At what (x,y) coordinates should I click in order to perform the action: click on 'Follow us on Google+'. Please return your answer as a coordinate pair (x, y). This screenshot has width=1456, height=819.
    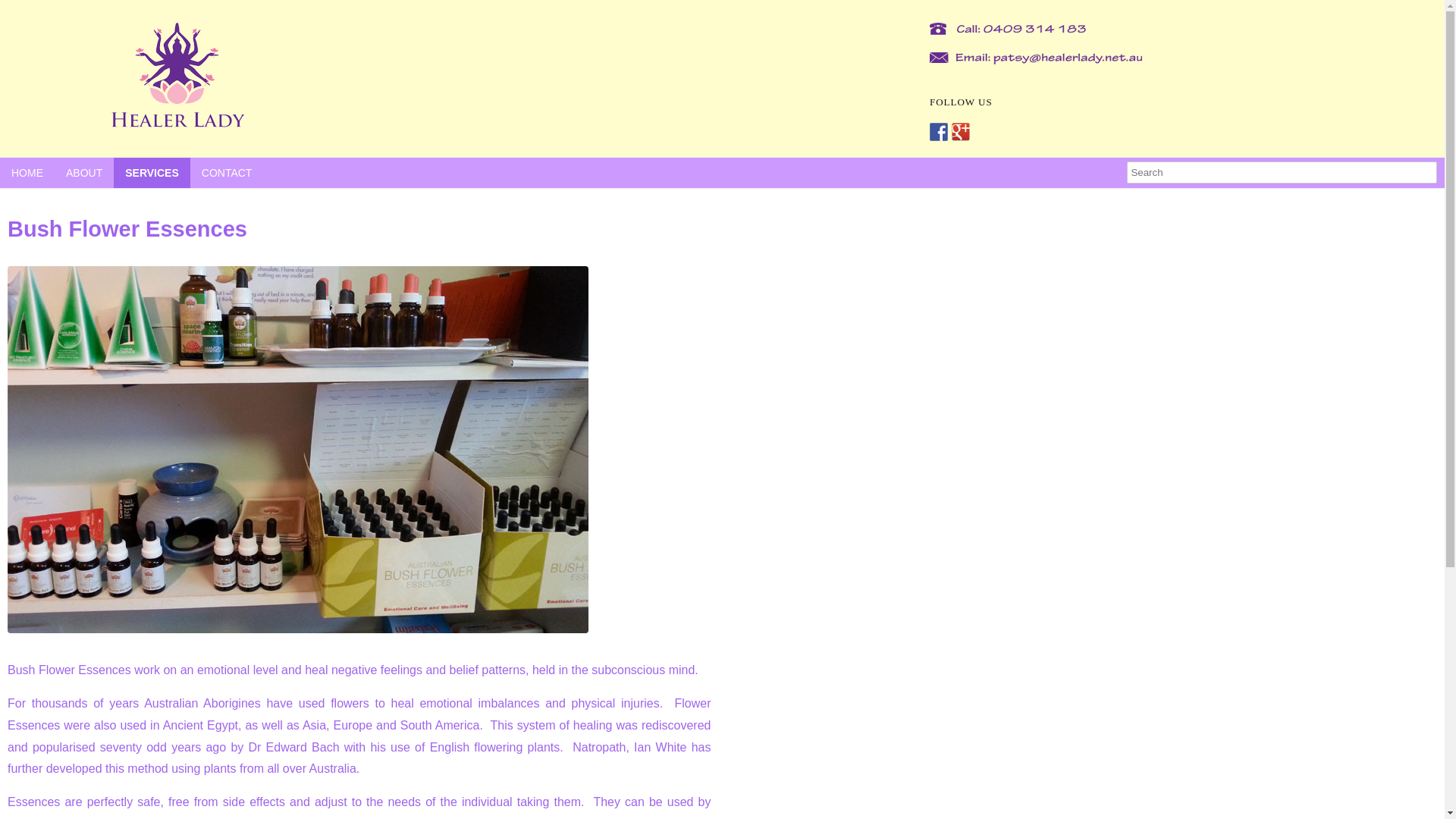
    Looking at the image, I should click on (960, 130).